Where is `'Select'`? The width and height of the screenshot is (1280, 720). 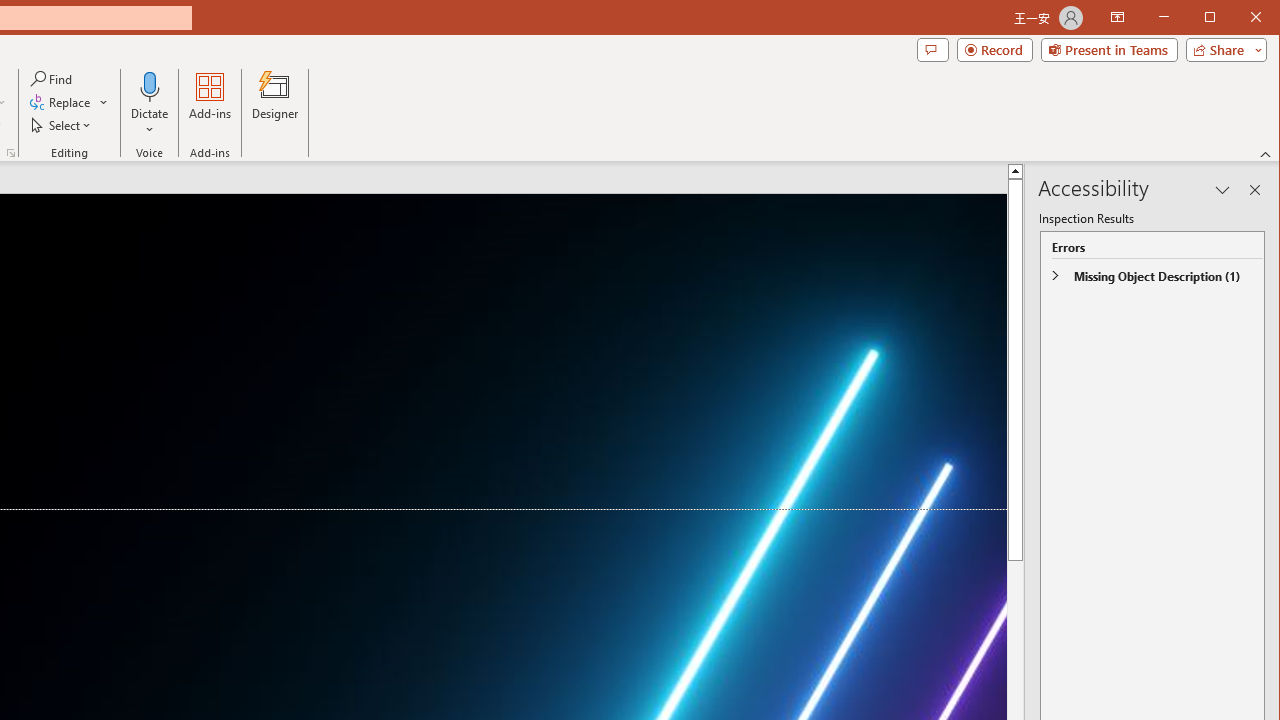 'Select' is located at coordinates (62, 125).